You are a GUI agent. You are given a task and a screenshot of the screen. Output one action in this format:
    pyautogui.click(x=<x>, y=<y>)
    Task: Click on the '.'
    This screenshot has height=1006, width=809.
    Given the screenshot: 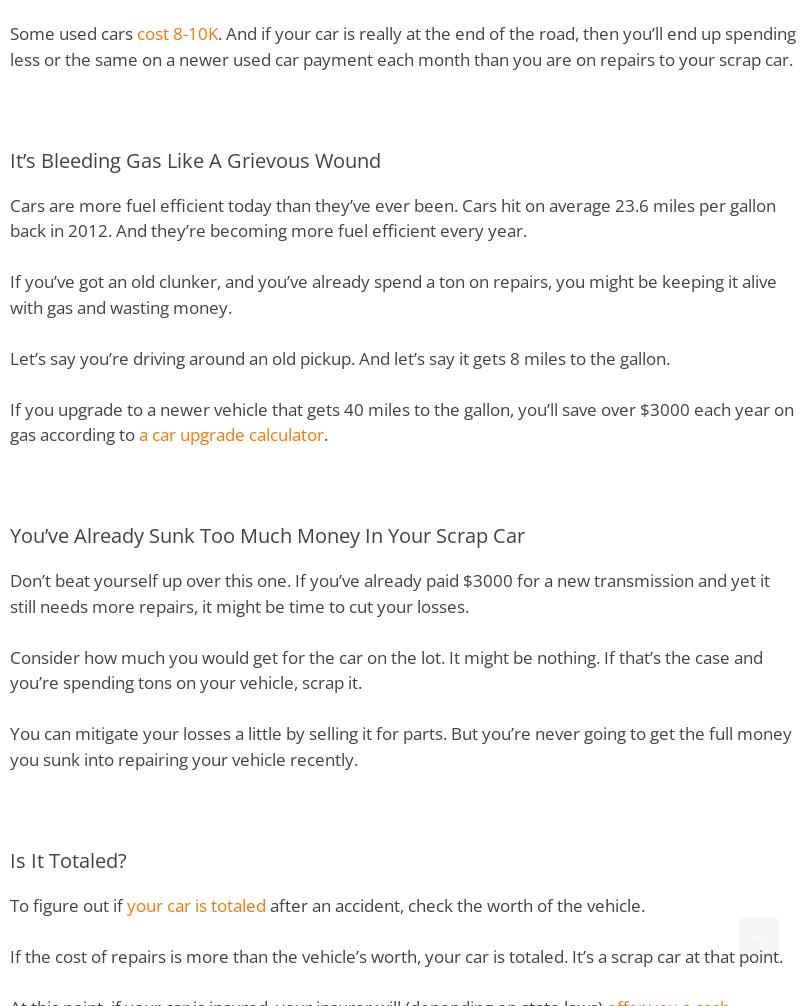 What is the action you would take?
    pyautogui.click(x=324, y=433)
    